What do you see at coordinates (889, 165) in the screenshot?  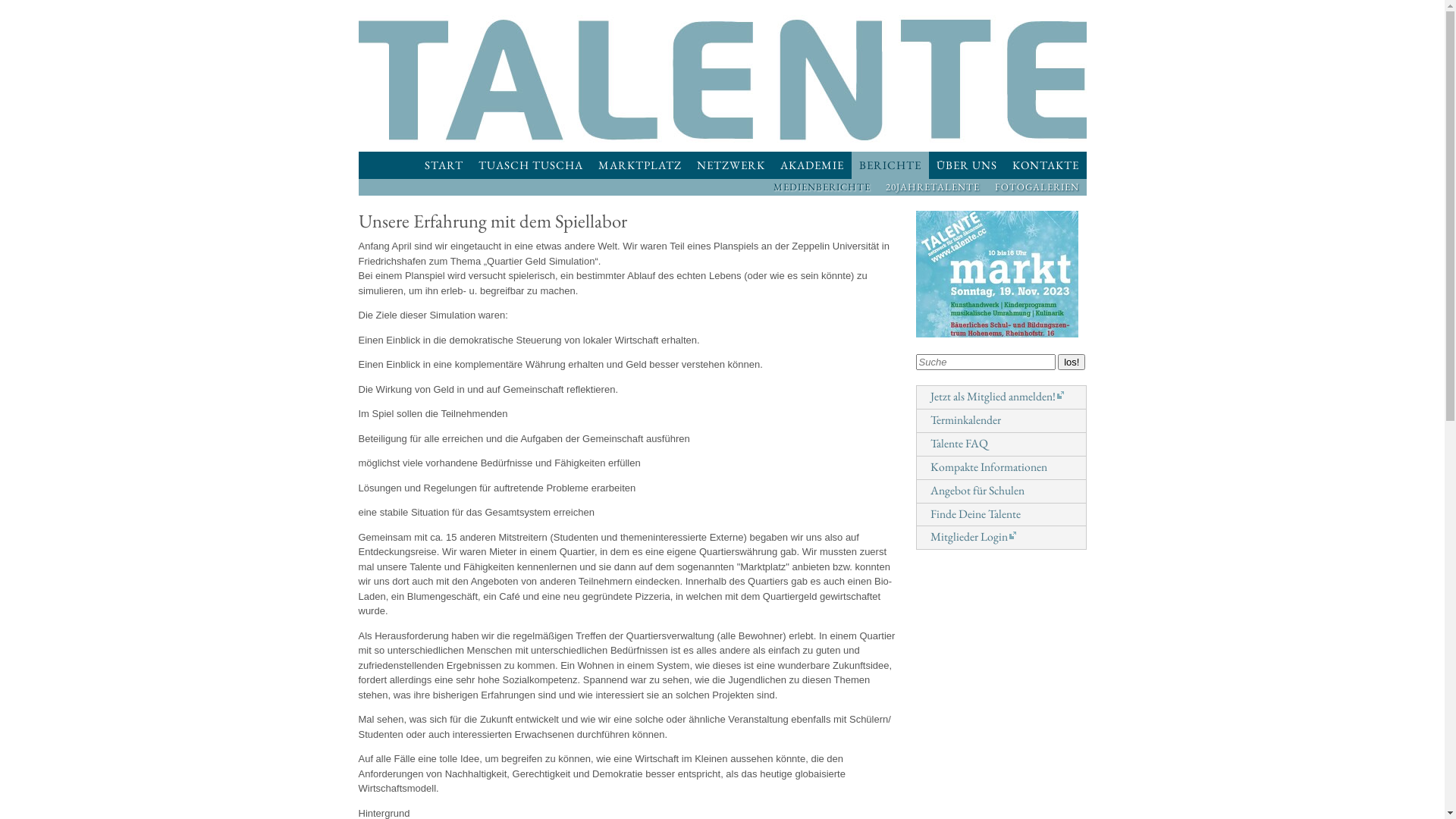 I see `'BERICHTE'` at bounding box center [889, 165].